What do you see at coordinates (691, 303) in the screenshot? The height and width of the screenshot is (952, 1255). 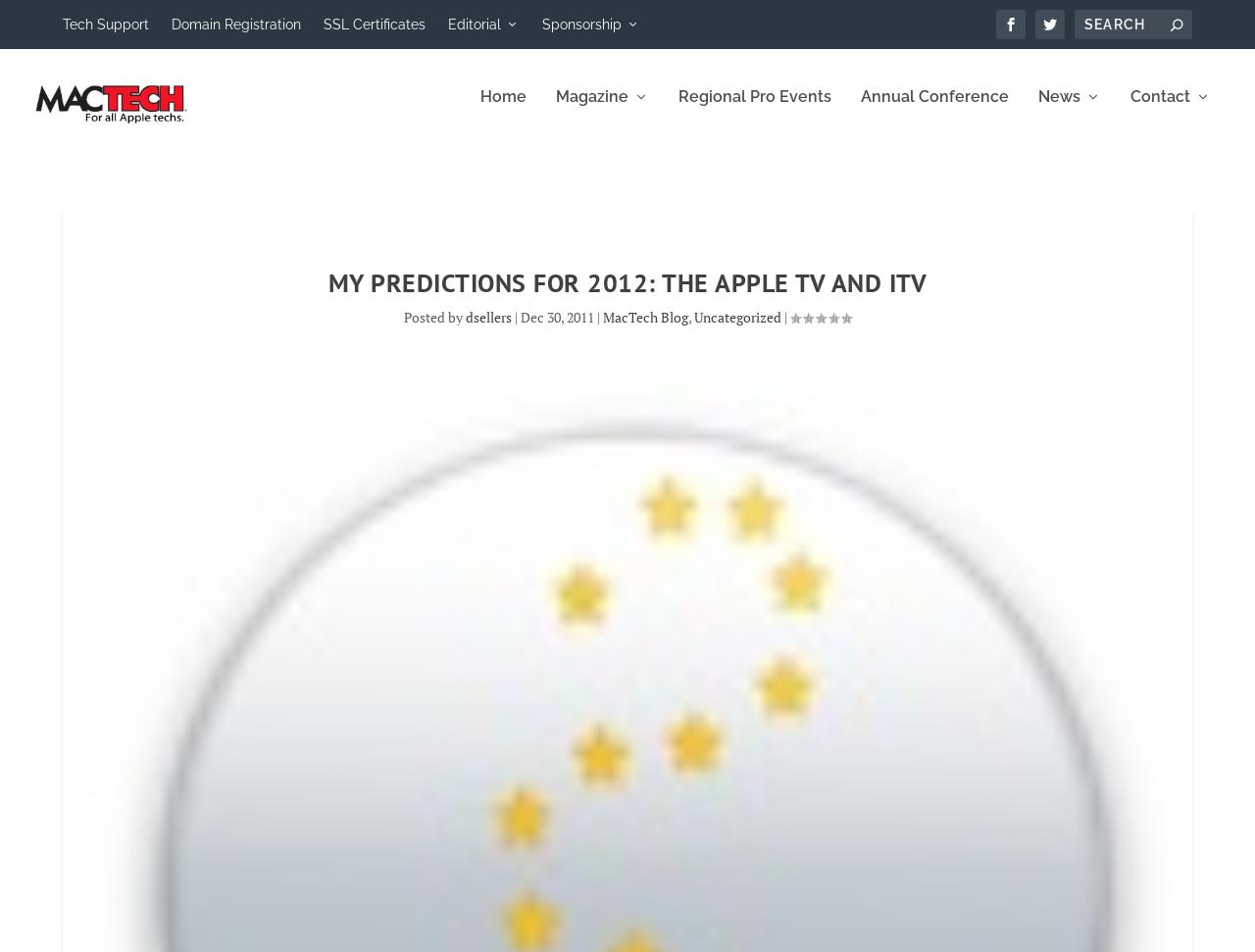 I see `','` at bounding box center [691, 303].